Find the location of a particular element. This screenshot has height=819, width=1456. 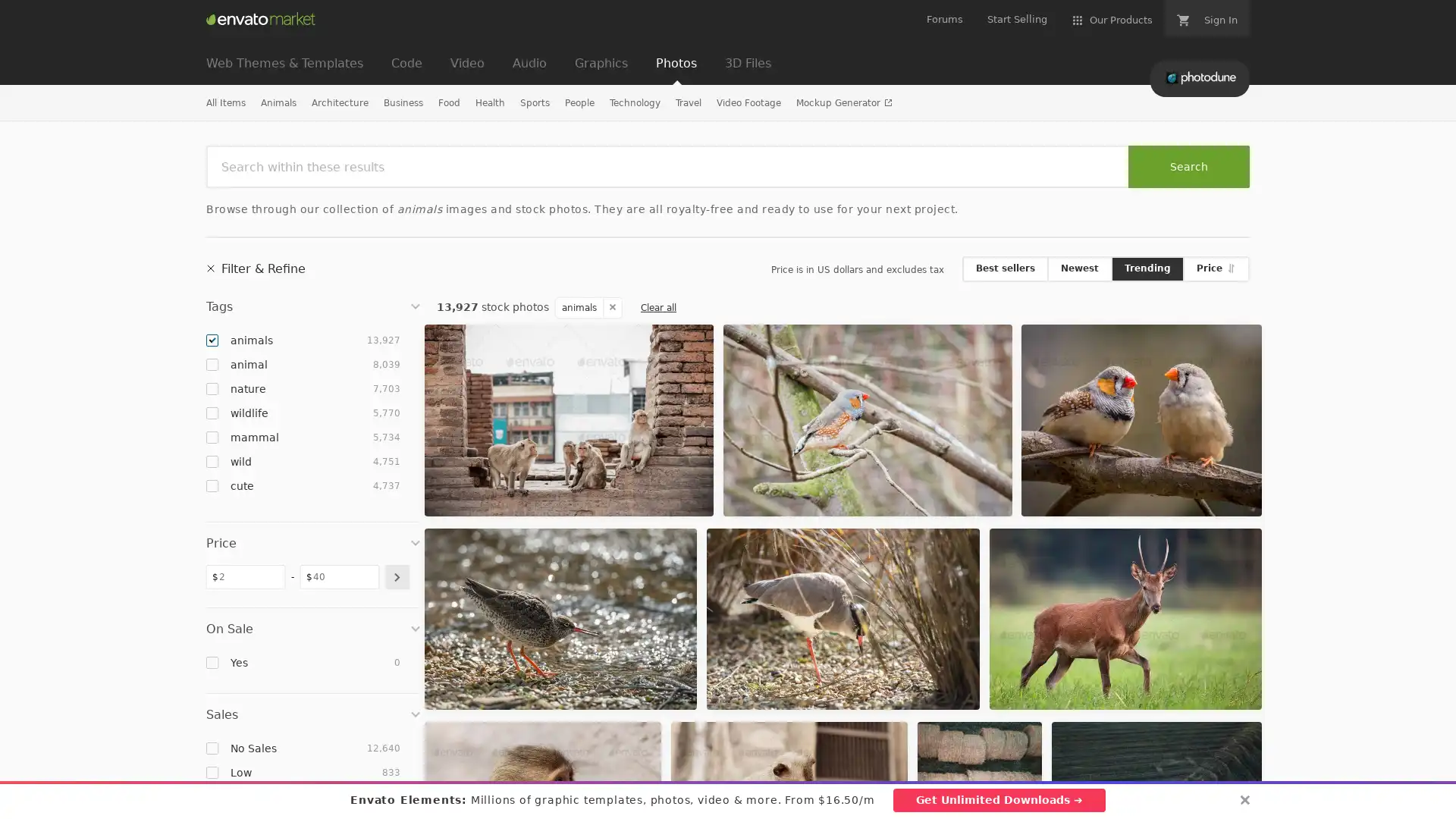

Add to Favorites is located at coordinates (676, 547).